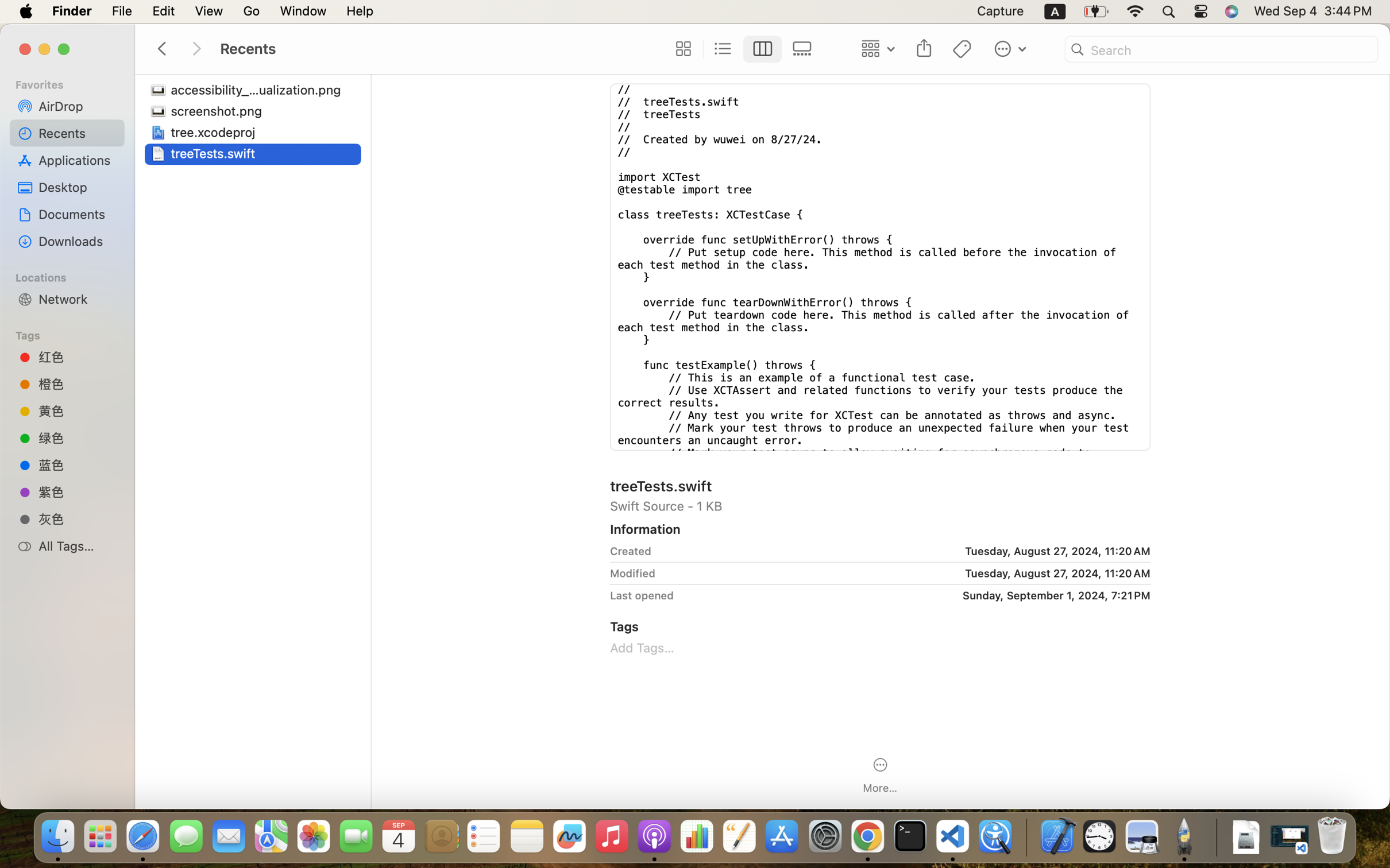  Describe the element at coordinates (77, 410) in the screenshot. I see `'黄色'` at that location.